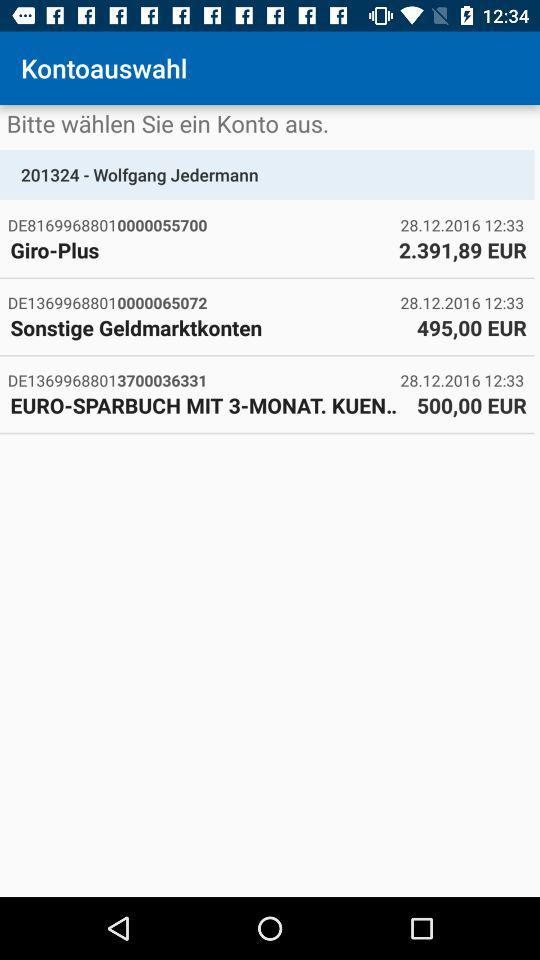 The height and width of the screenshot is (960, 540). I want to click on the item below de81699688010000055700, so click(199, 249).